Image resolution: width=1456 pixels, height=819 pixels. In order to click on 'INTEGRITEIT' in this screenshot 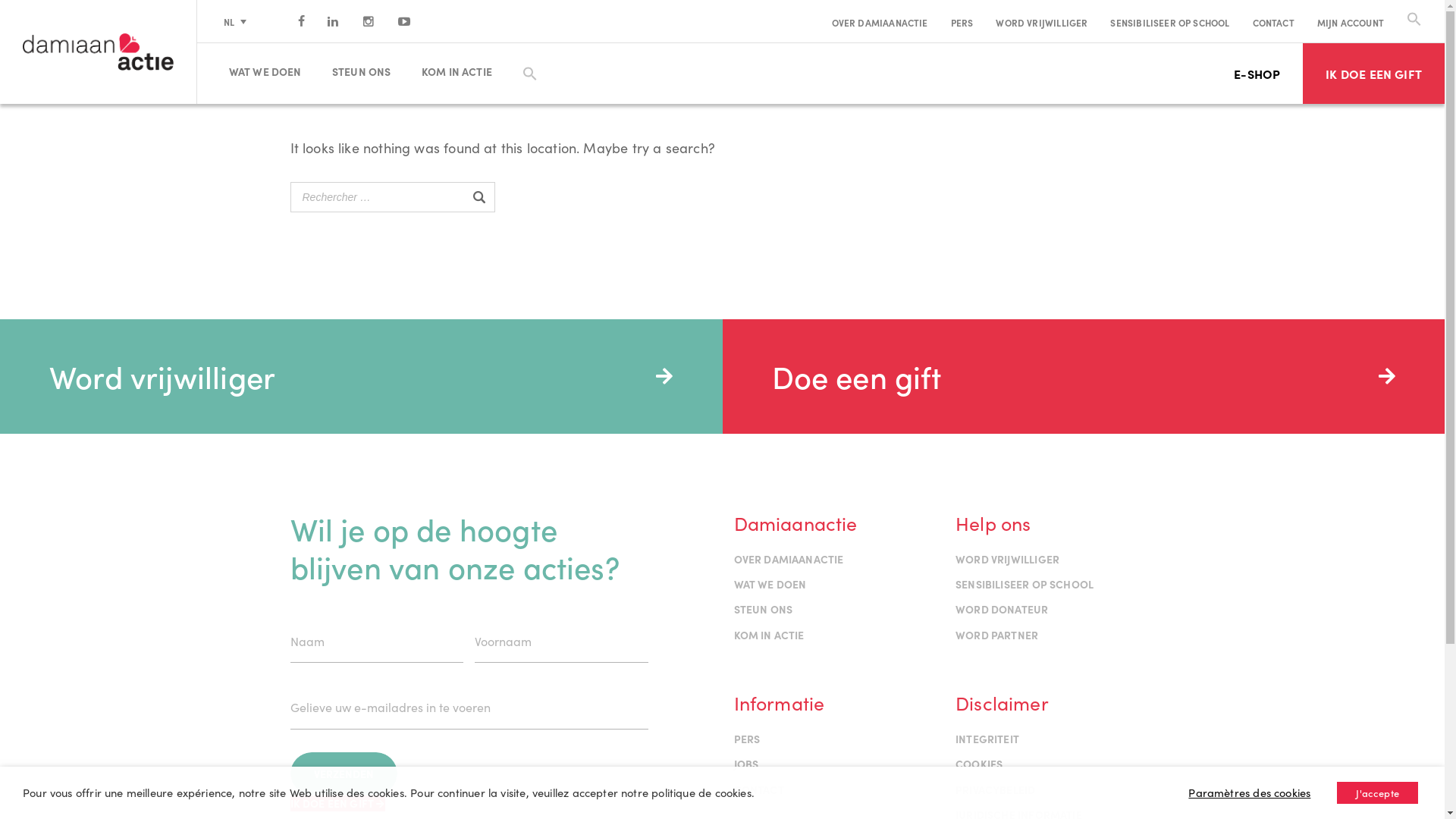, I will do `click(987, 738)`.